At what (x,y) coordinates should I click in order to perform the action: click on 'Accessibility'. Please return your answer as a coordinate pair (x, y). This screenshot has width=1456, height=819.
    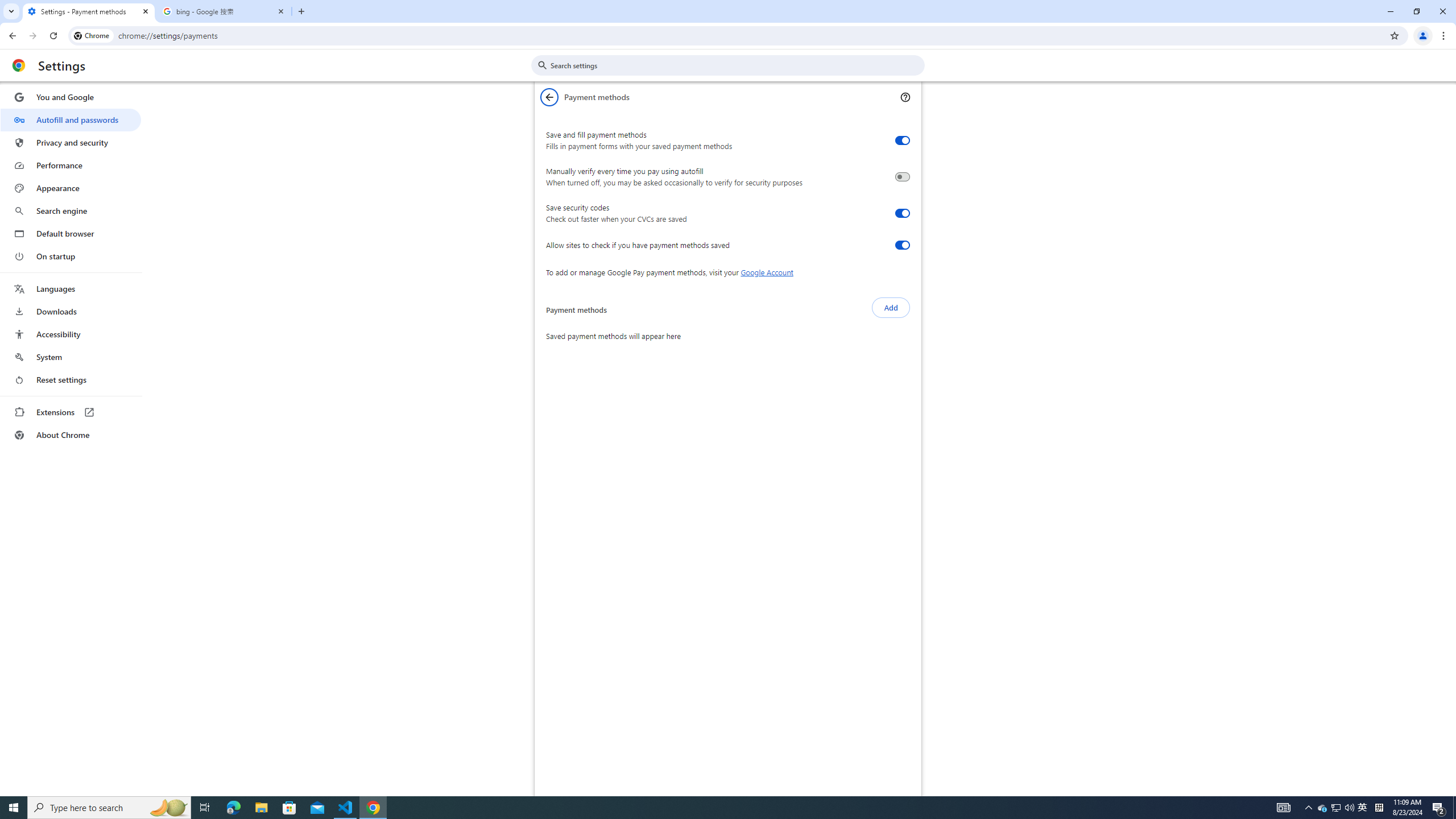
    Looking at the image, I should click on (70, 333).